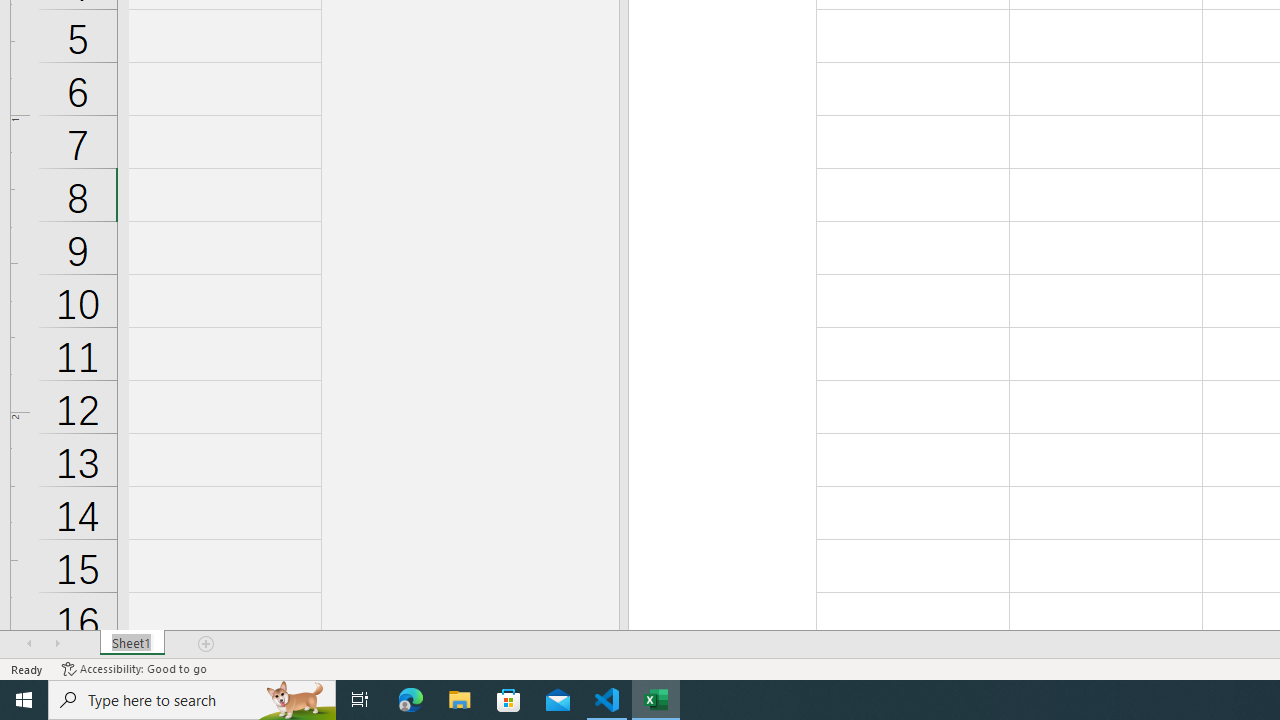  Describe the element at coordinates (207, 644) in the screenshot. I see `'Add Sheet'` at that location.